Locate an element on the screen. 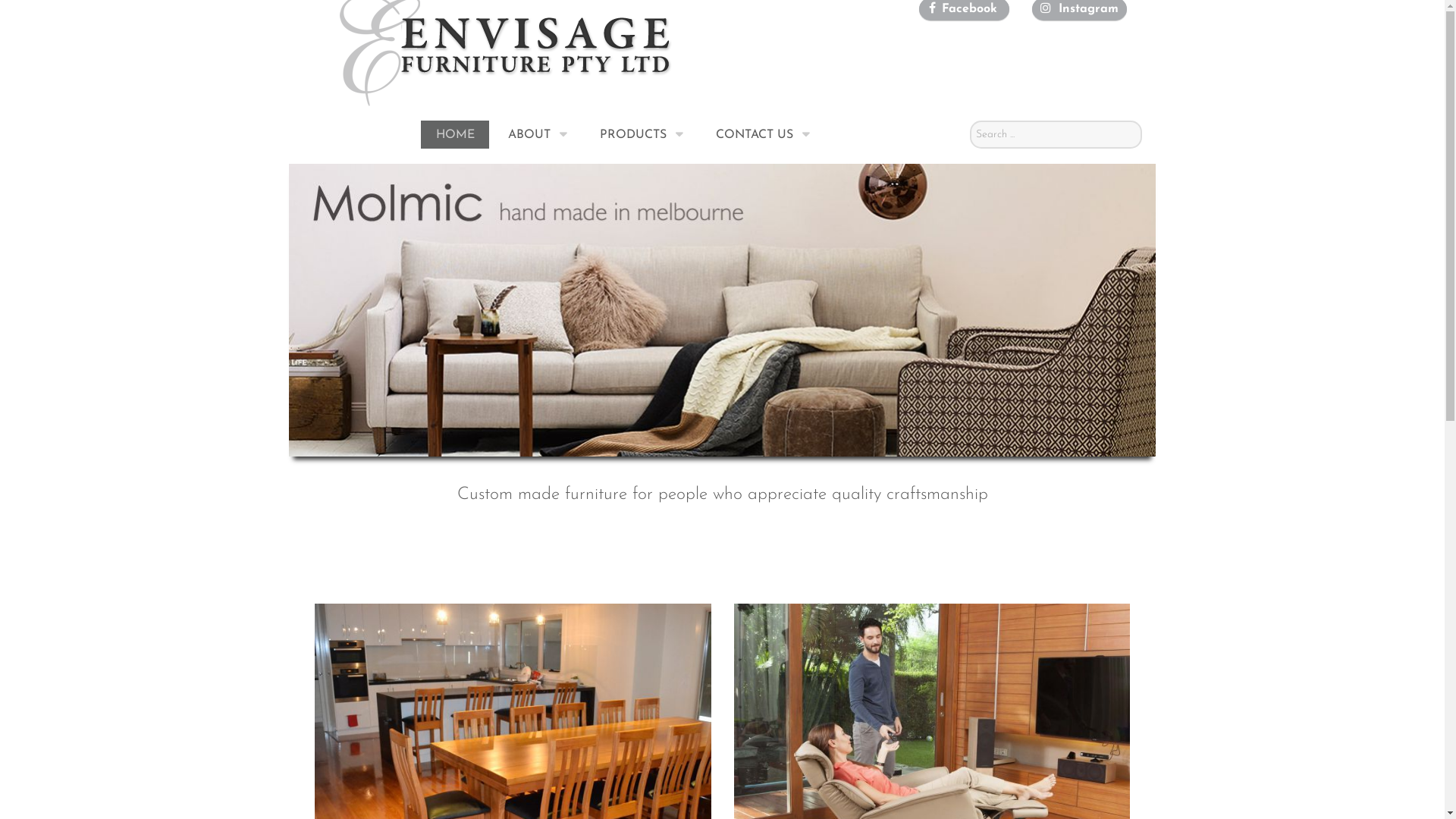  ' Instagram' is located at coordinates (1086, 8).